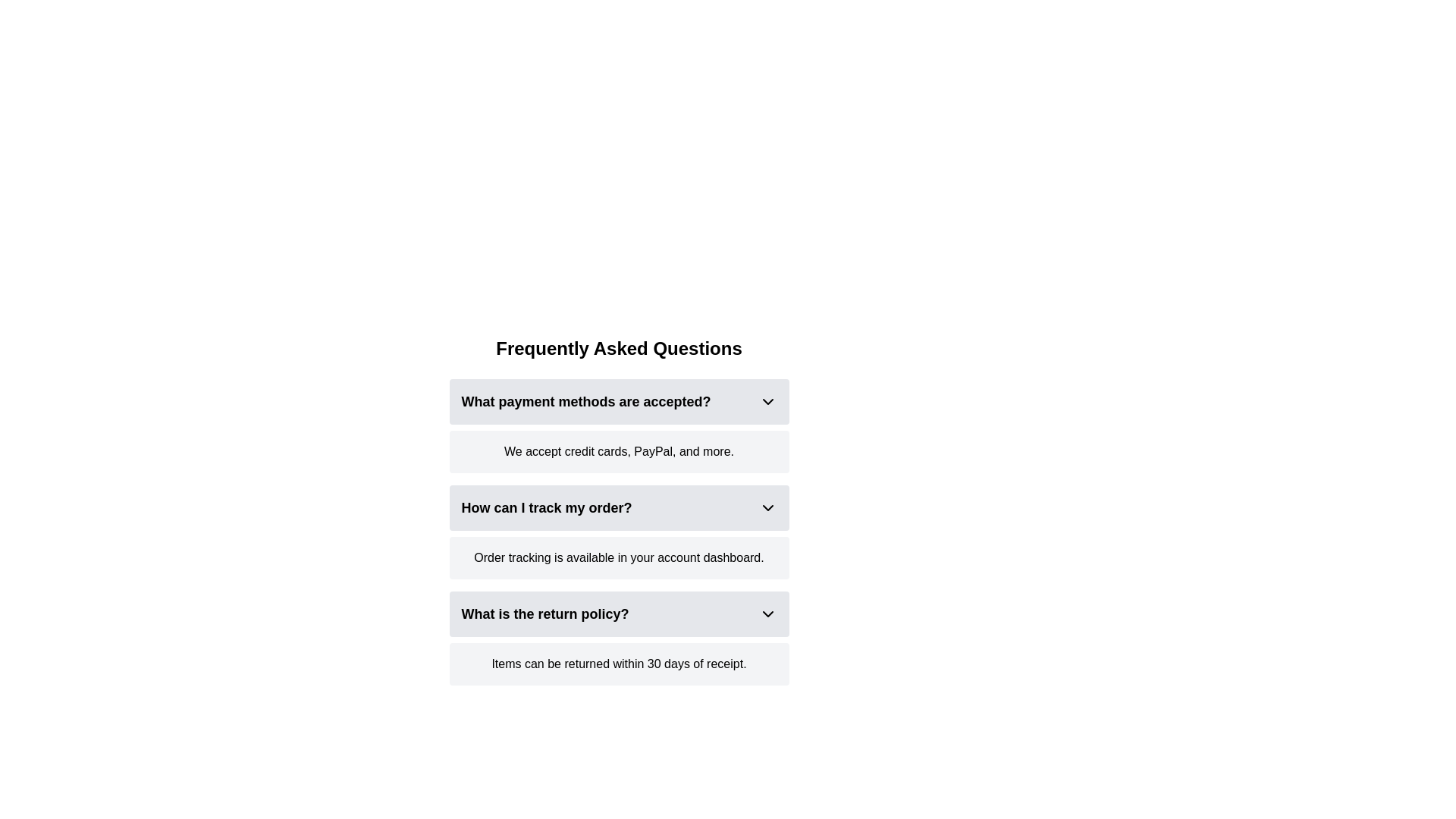  Describe the element at coordinates (619, 451) in the screenshot. I see `the Text Block that provides the answer to the question 'What payment methods are accepted?' in the FAQ section` at that location.